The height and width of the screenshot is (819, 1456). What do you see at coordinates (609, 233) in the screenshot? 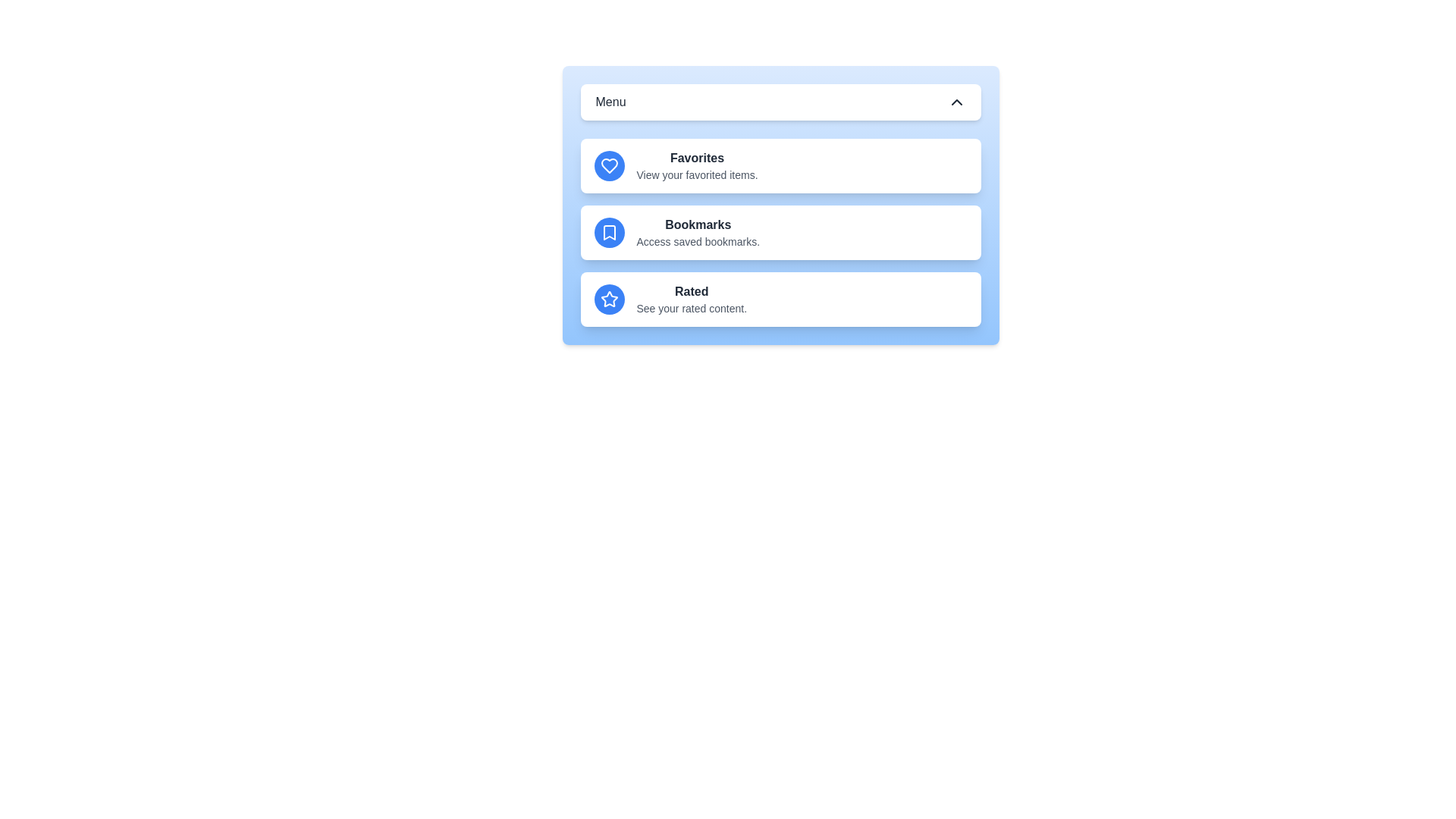
I see `the icon of the menu item Bookmarks` at bounding box center [609, 233].